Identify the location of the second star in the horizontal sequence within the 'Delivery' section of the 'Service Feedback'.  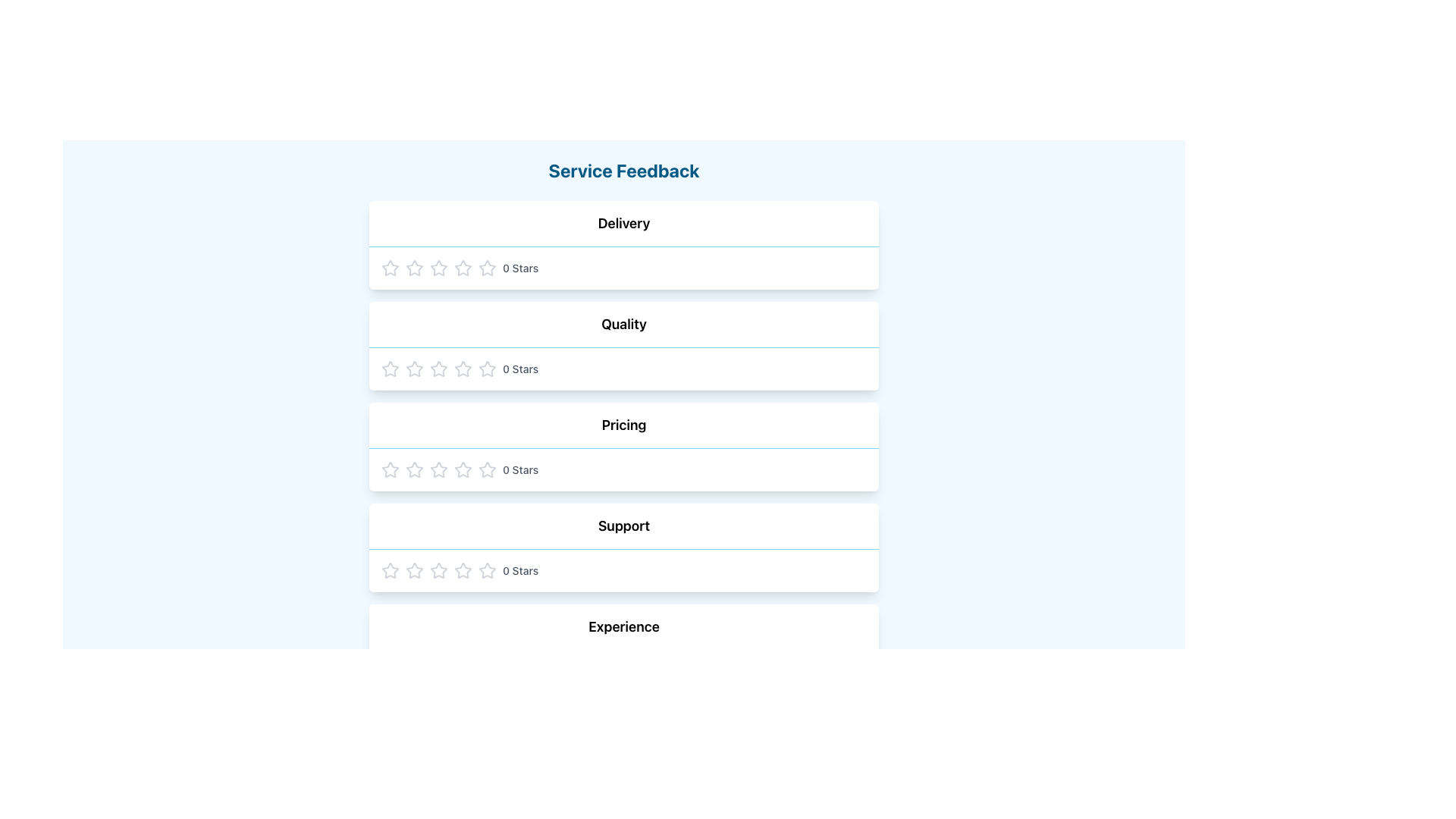
(462, 267).